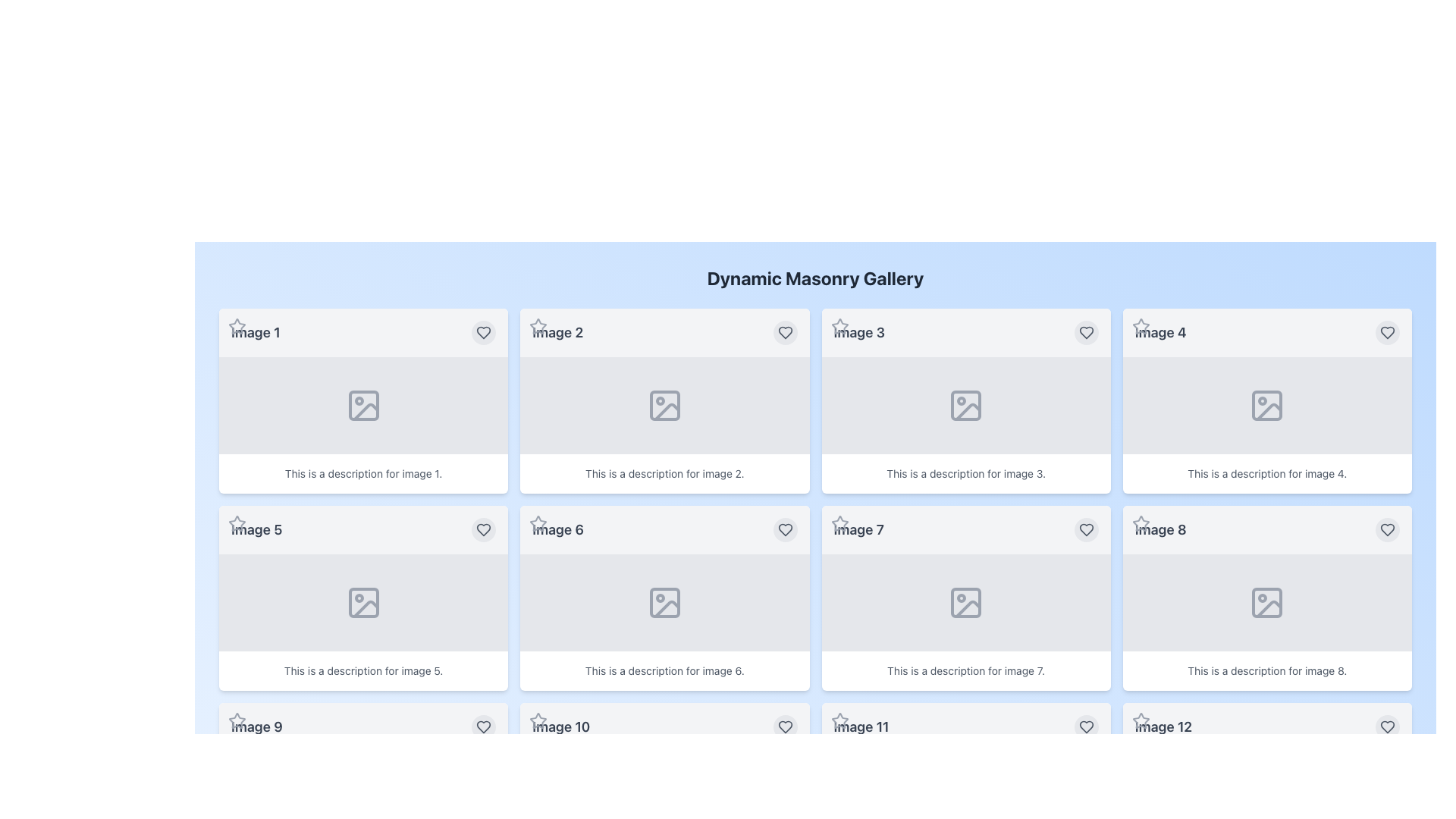  What do you see at coordinates (236, 326) in the screenshot?
I see `the star icon in the top-left corner of the card labeled 'Image 1'` at bounding box center [236, 326].